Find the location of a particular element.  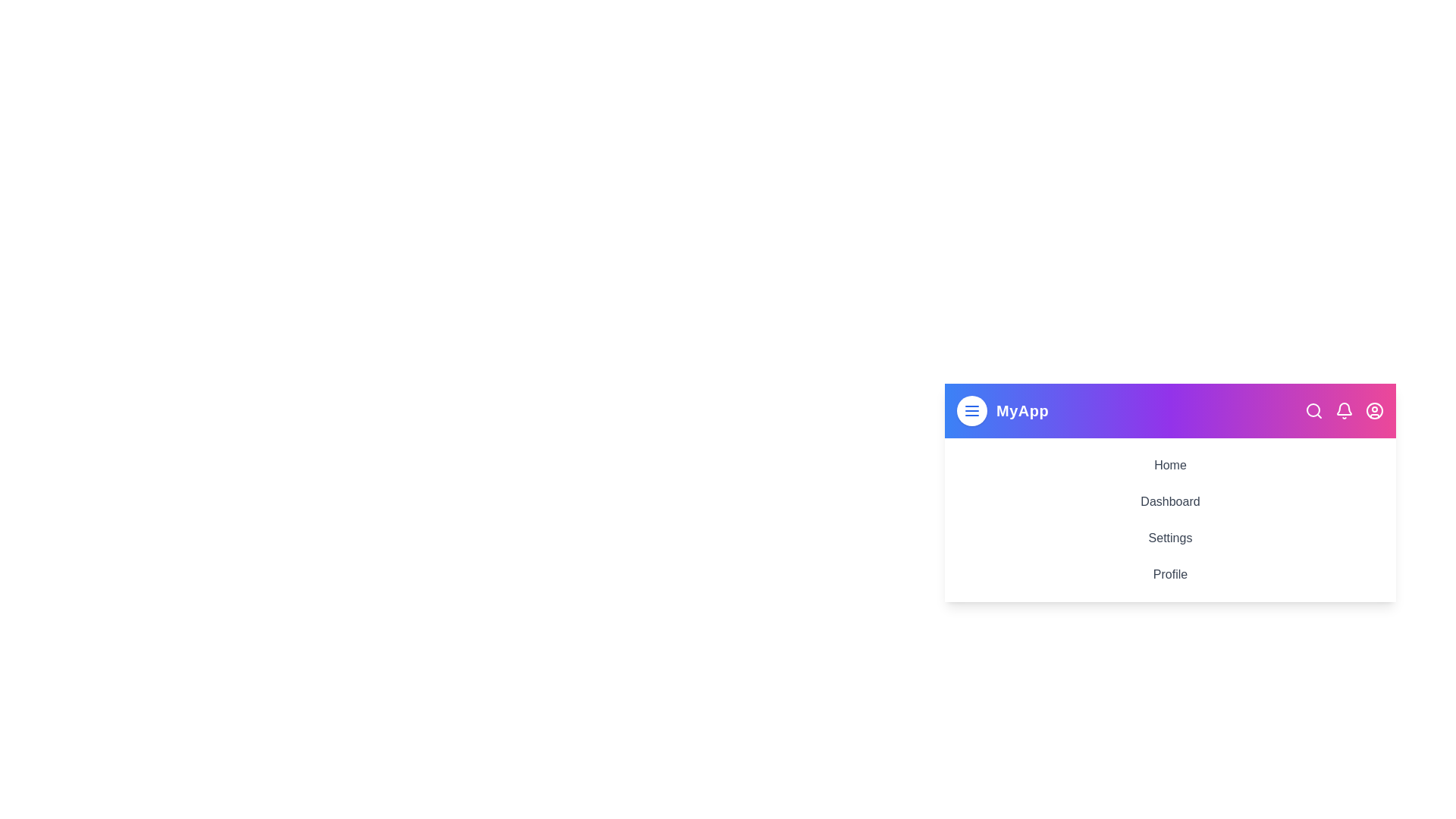

the search icon in the ModernAppBar is located at coordinates (1313, 411).